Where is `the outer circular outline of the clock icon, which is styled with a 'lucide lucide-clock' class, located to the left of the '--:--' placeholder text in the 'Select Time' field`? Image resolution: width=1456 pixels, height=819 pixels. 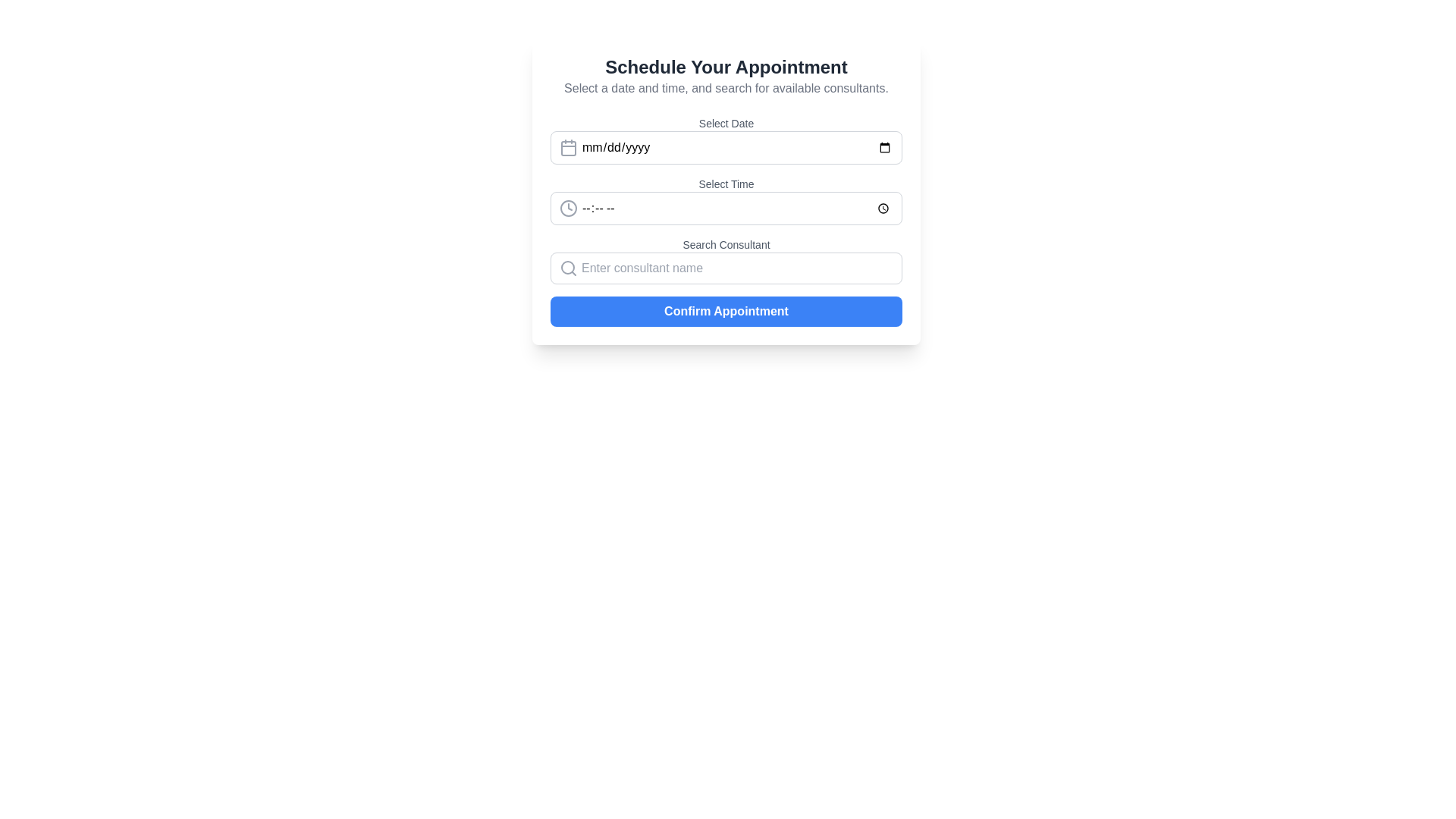 the outer circular outline of the clock icon, which is styled with a 'lucide lucide-clock' class, located to the left of the '--:--' placeholder text in the 'Select Time' field is located at coordinates (567, 208).